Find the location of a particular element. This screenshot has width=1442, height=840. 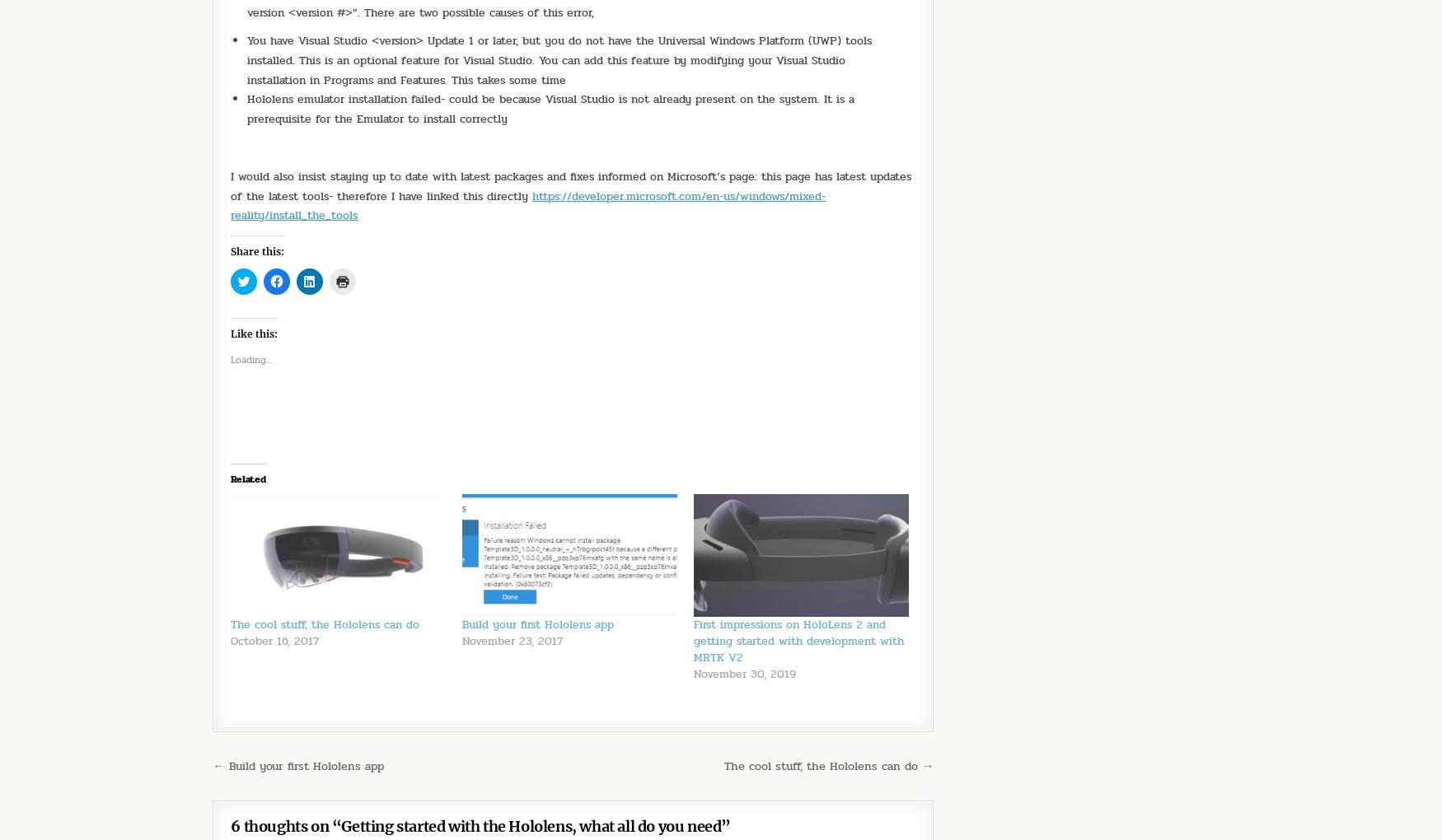

'Like this:' is located at coordinates (253, 333).